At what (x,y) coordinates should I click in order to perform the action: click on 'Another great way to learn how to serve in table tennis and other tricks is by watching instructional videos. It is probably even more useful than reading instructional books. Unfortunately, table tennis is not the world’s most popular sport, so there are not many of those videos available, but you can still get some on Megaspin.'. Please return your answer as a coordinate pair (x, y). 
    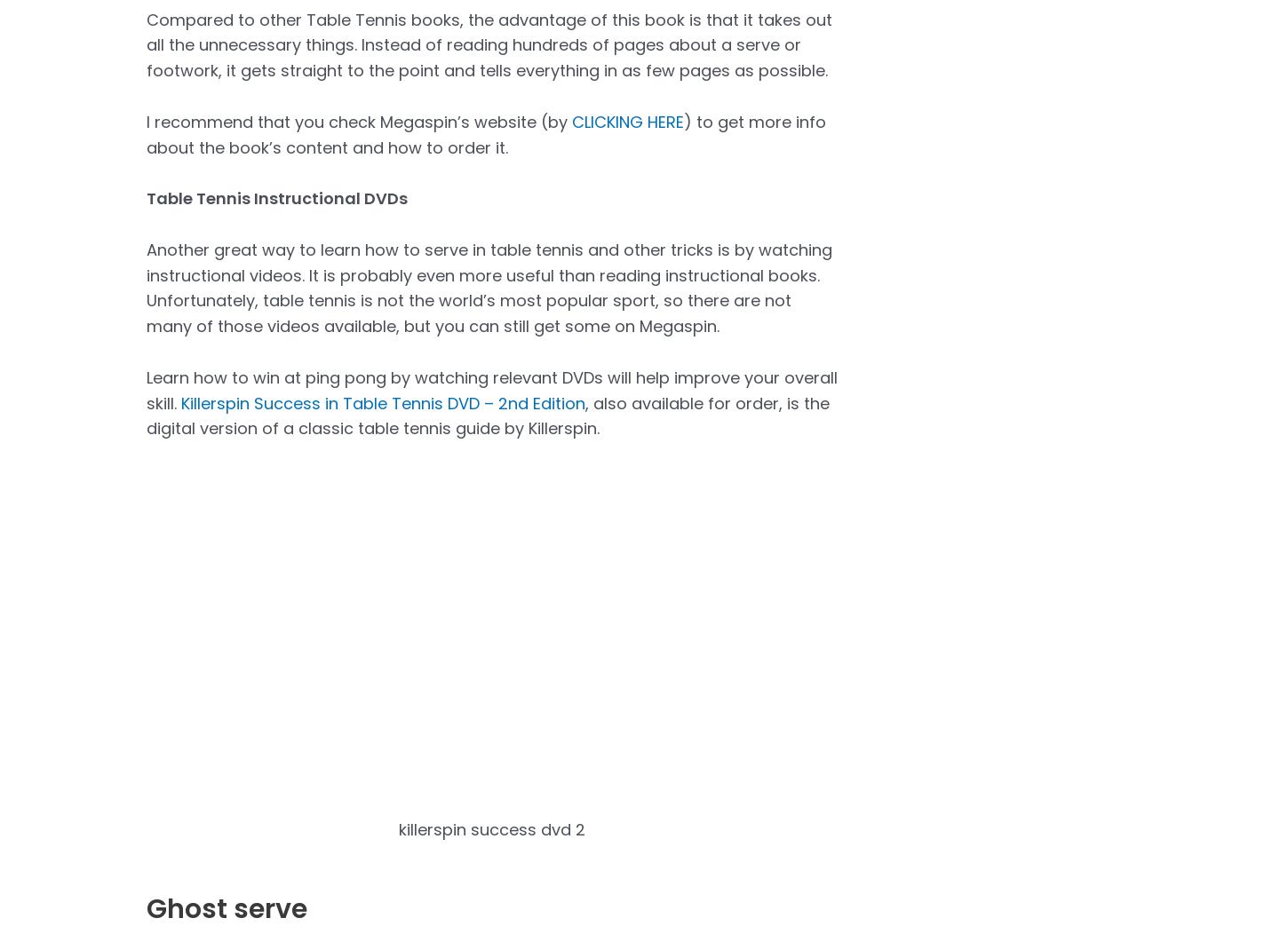
    Looking at the image, I should click on (489, 287).